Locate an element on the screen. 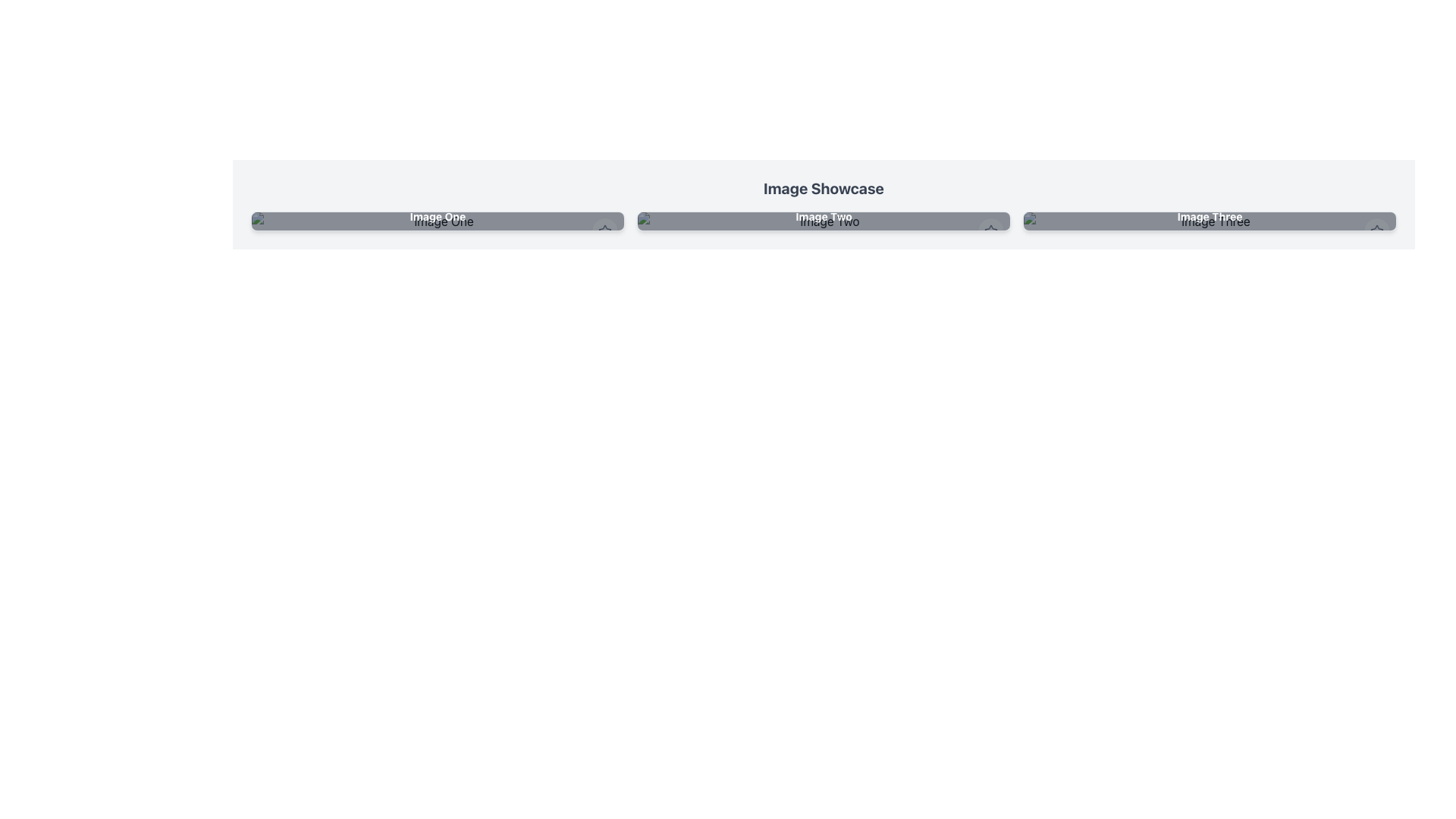 The image size is (1456, 819). the first Image card display, which features a placeholder image on the left, the text 'Image One' in bold white font at the bottom, and a small star icon at the top right is located at coordinates (437, 221).